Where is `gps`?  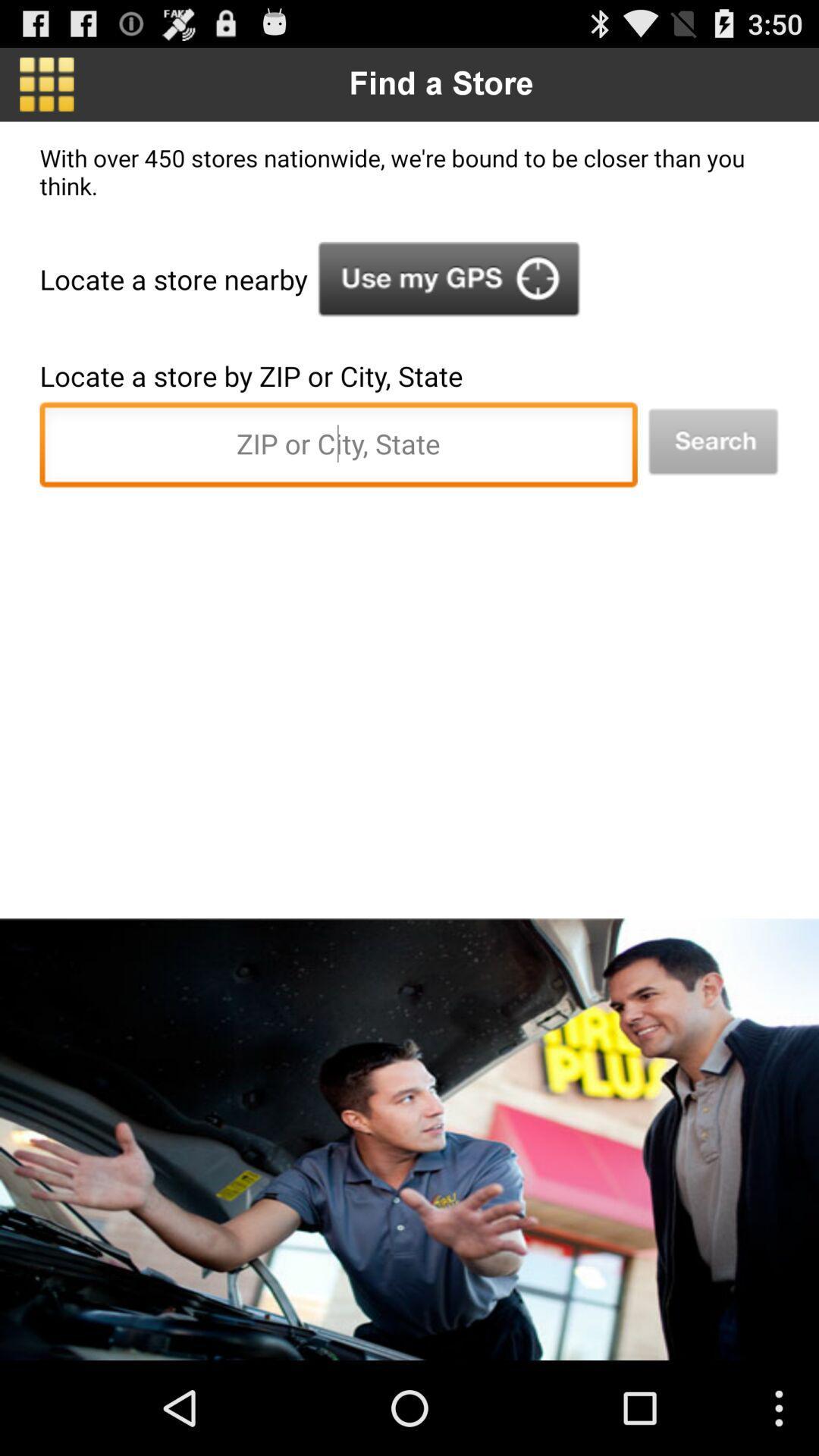 gps is located at coordinates (448, 279).